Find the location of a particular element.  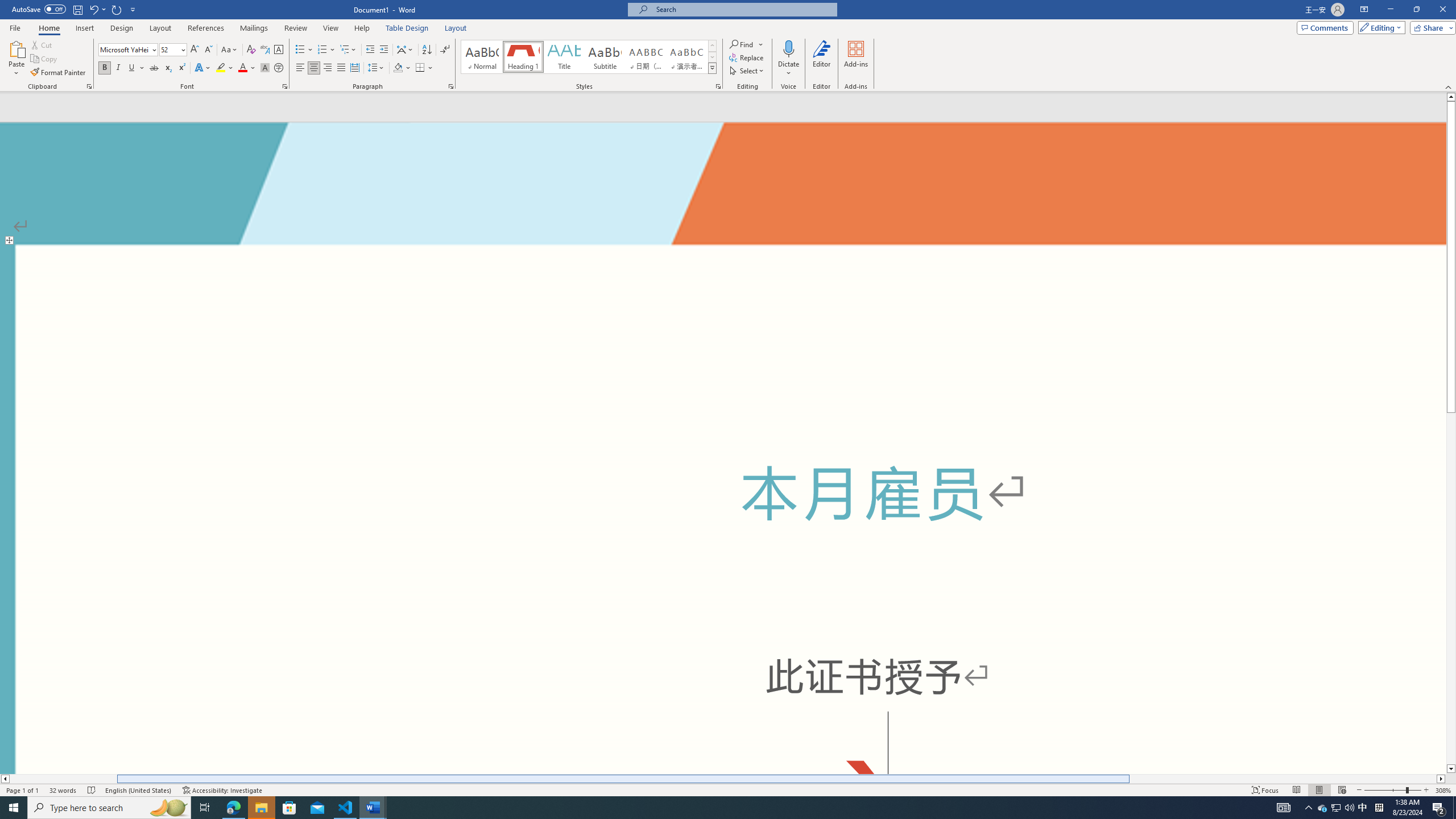

'Asian Layout' is located at coordinates (405, 49).